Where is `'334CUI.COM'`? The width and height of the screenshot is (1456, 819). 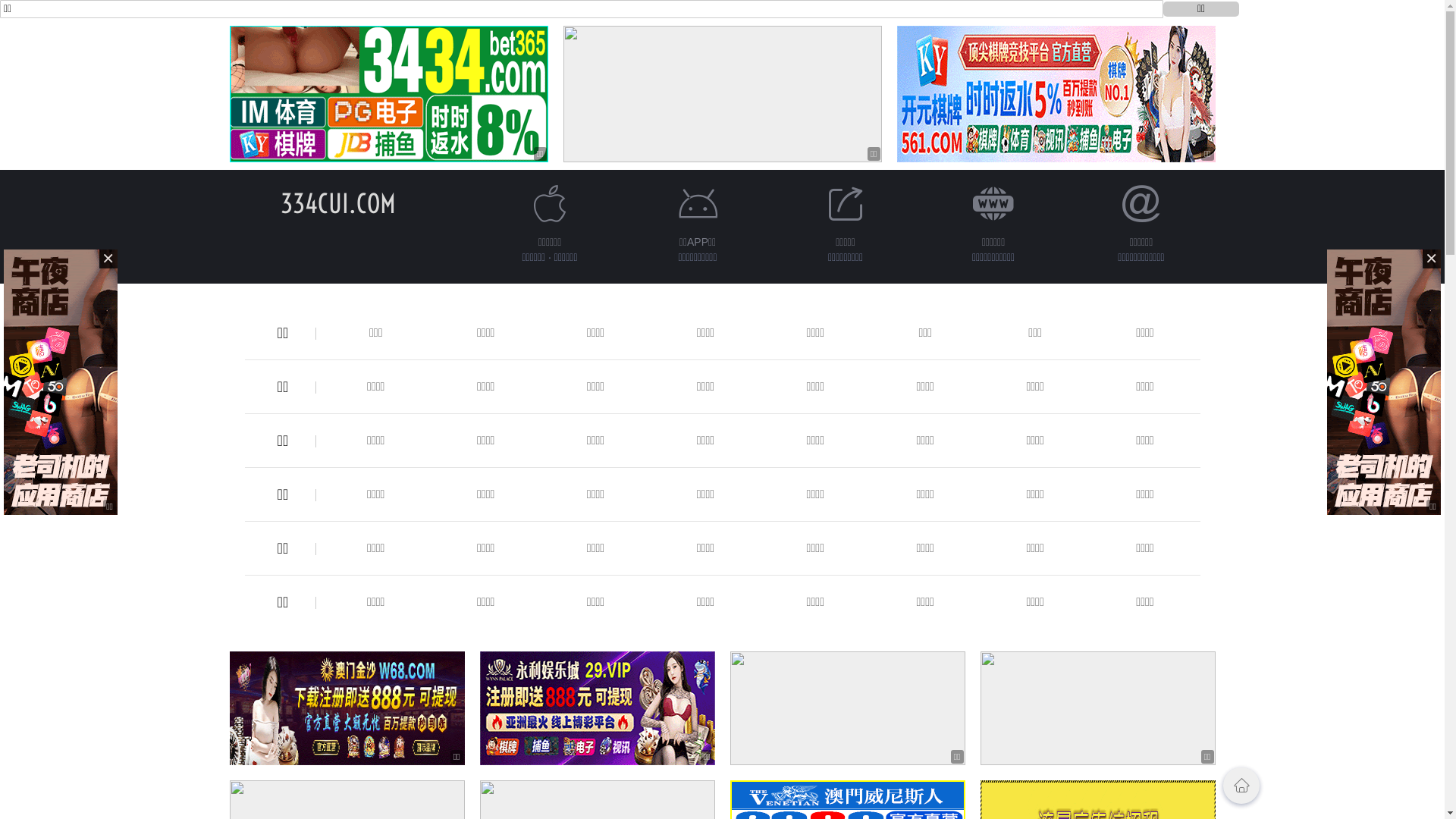
'334CUI.COM' is located at coordinates (280, 202).